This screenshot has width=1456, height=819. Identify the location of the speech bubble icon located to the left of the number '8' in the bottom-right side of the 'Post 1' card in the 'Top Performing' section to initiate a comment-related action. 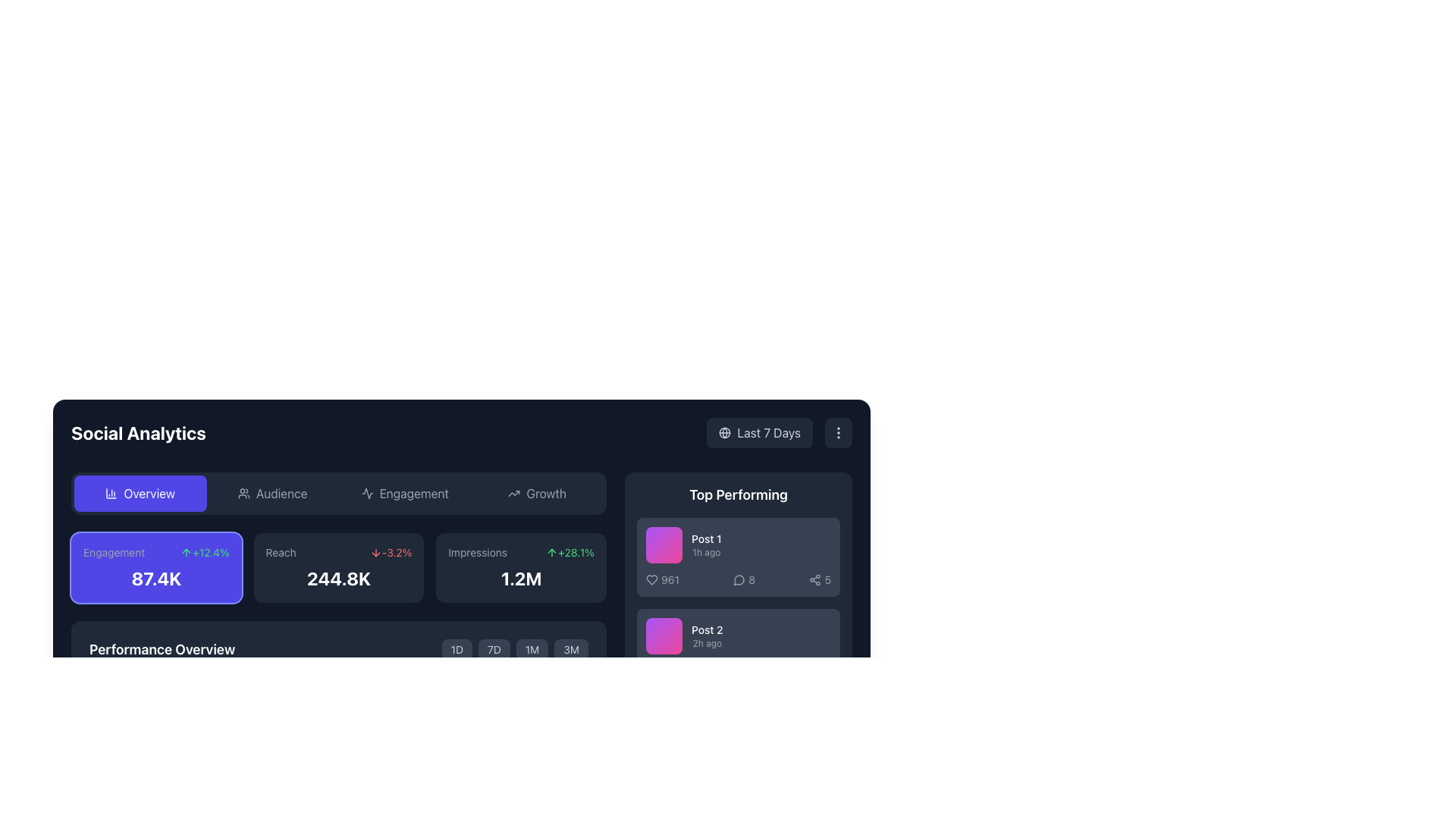
(739, 579).